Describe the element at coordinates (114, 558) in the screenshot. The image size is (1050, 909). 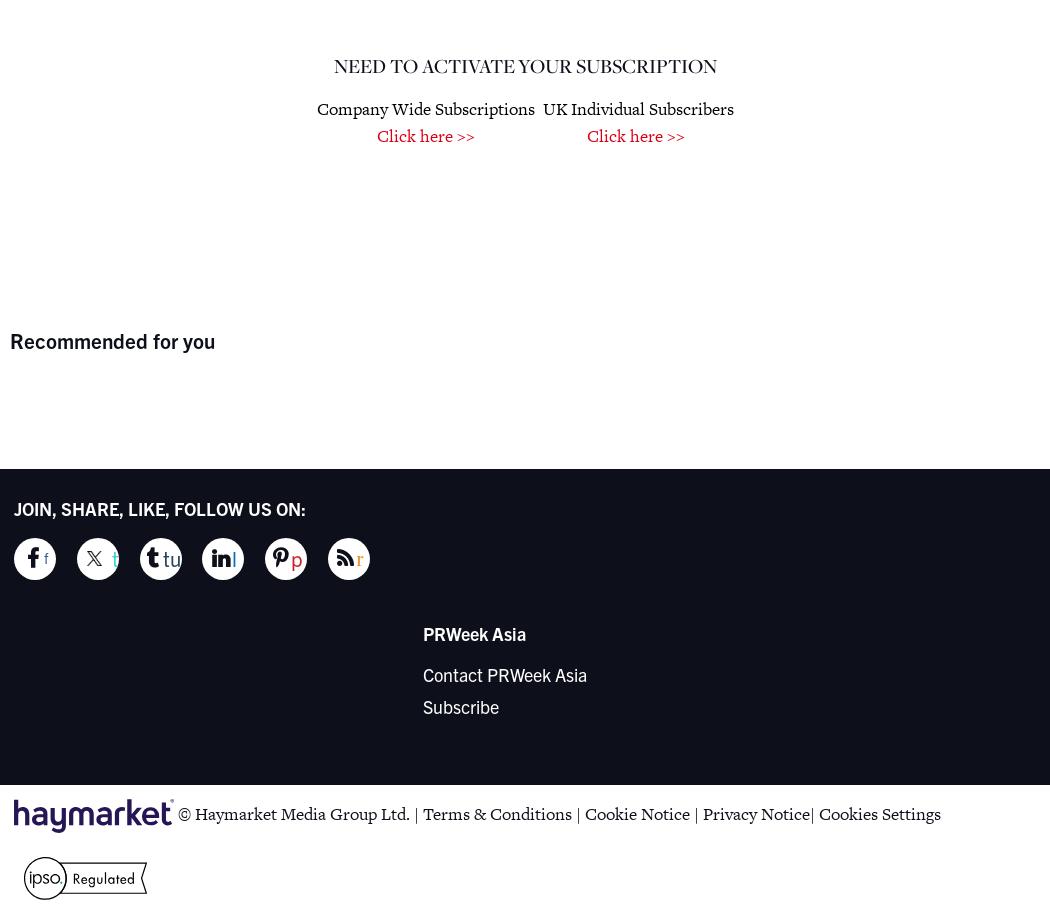
I see `'t'` at that location.